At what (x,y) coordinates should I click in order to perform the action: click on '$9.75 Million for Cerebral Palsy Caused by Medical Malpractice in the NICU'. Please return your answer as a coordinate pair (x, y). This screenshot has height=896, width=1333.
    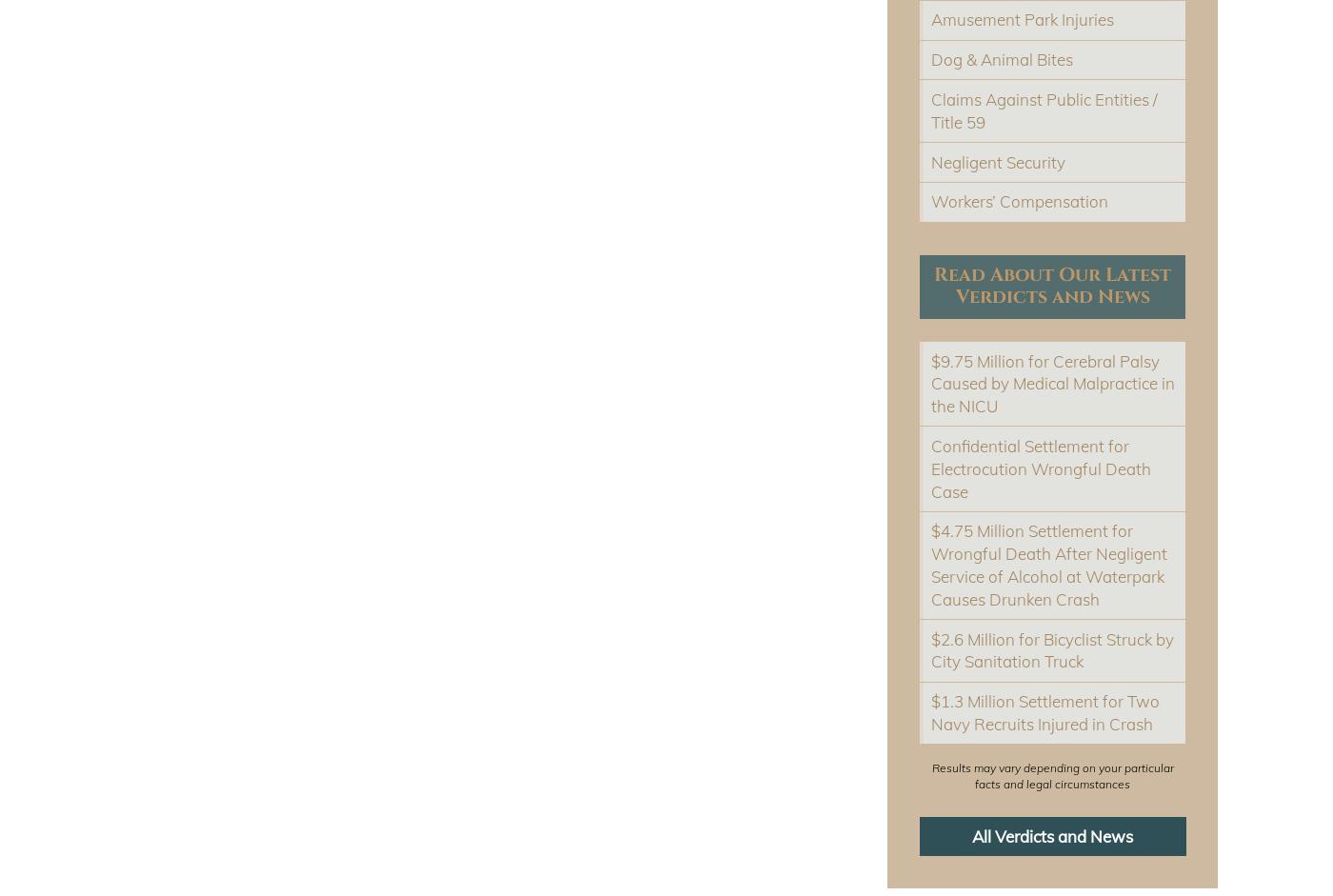
    Looking at the image, I should click on (1053, 382).